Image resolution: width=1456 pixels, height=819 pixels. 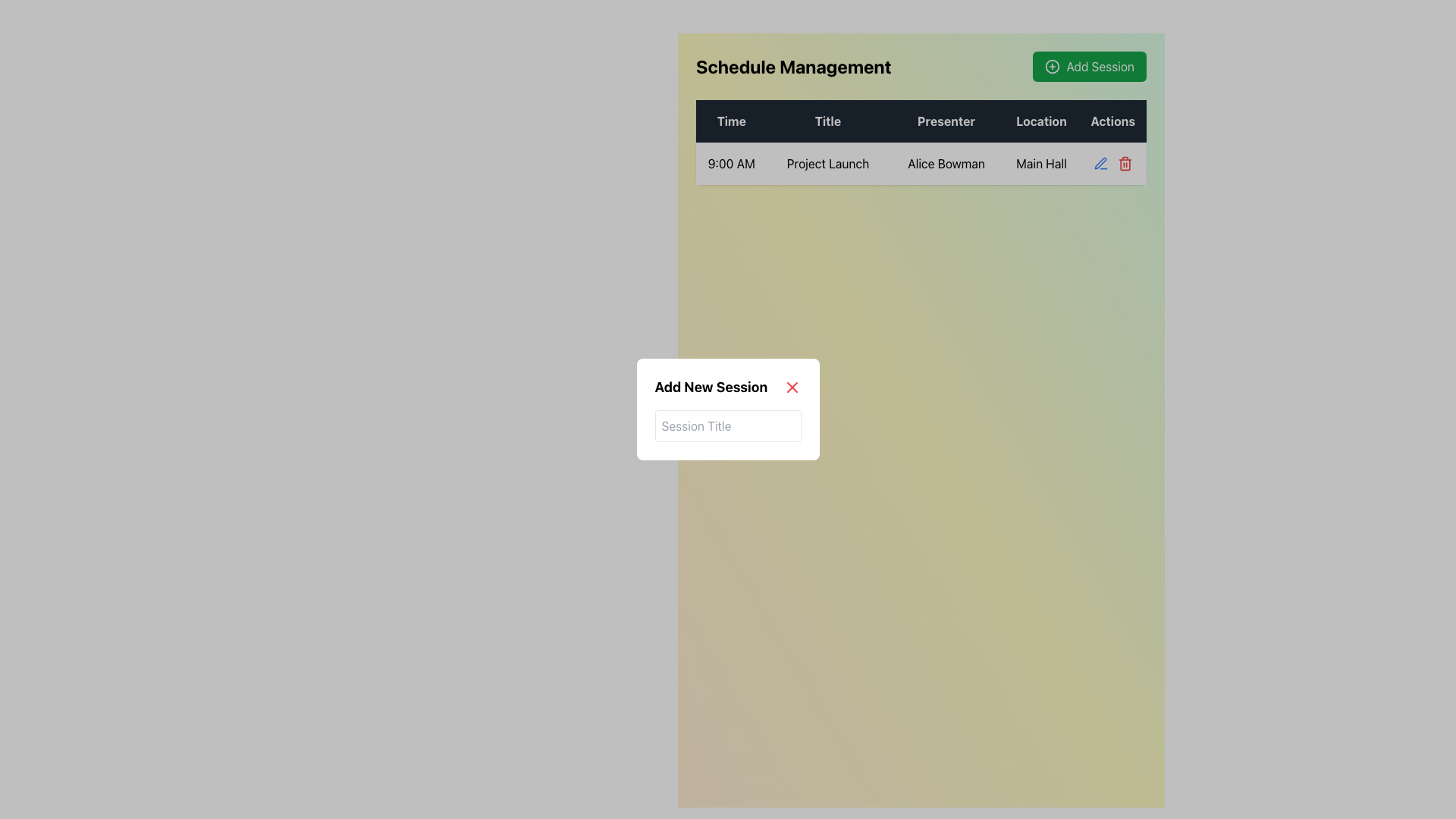 I want to click on the topmost row in the event table of the 'Schedule Management' section, which displays details of a scheduled event, so click(x=920, y=143).